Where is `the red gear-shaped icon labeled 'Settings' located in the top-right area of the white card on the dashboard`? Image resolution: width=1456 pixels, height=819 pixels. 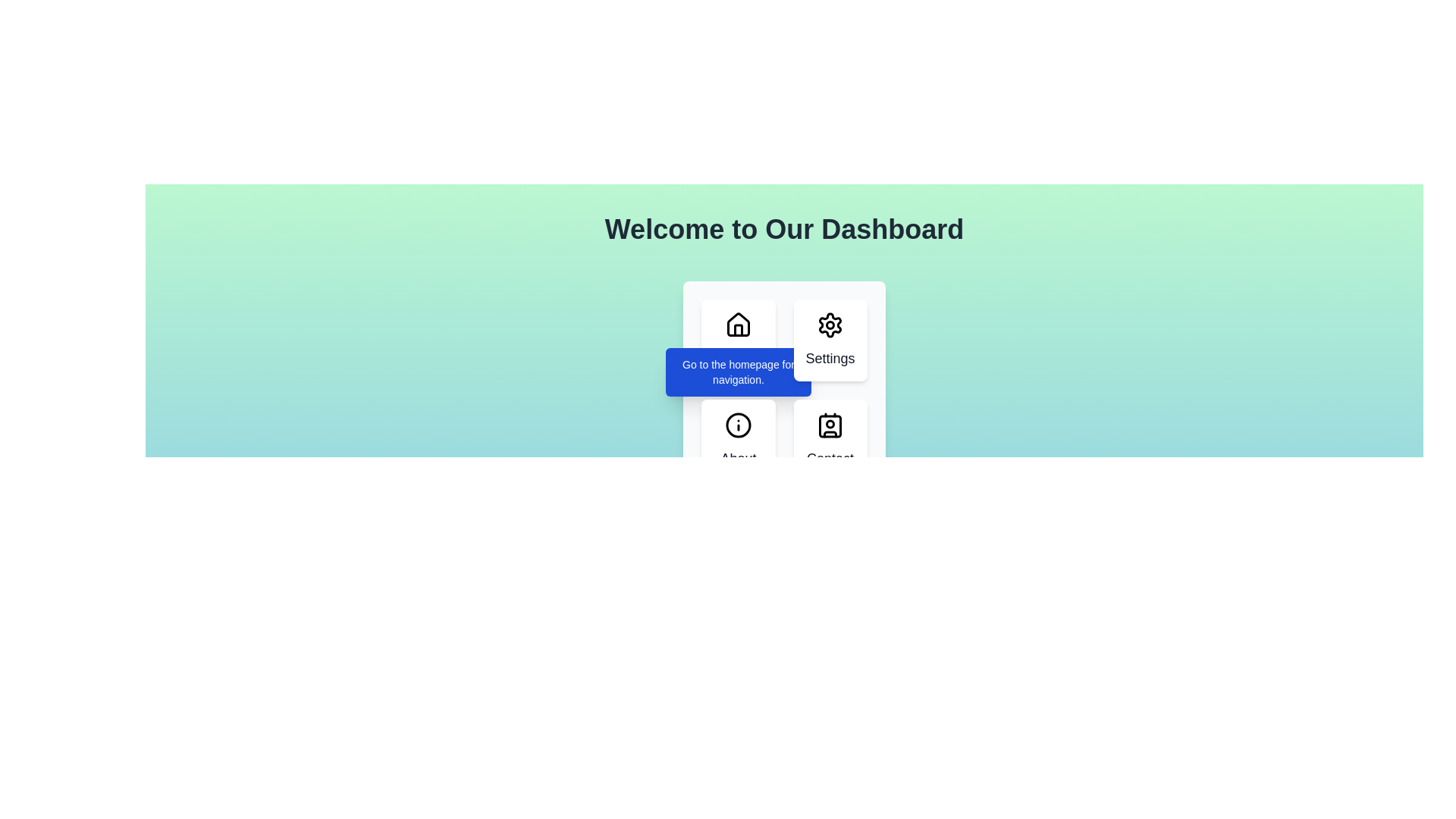
the red gear-shaped icon labeled 'Settings' located in the top-right area of the white card on the dashboard is located at coordinates (829, 324).